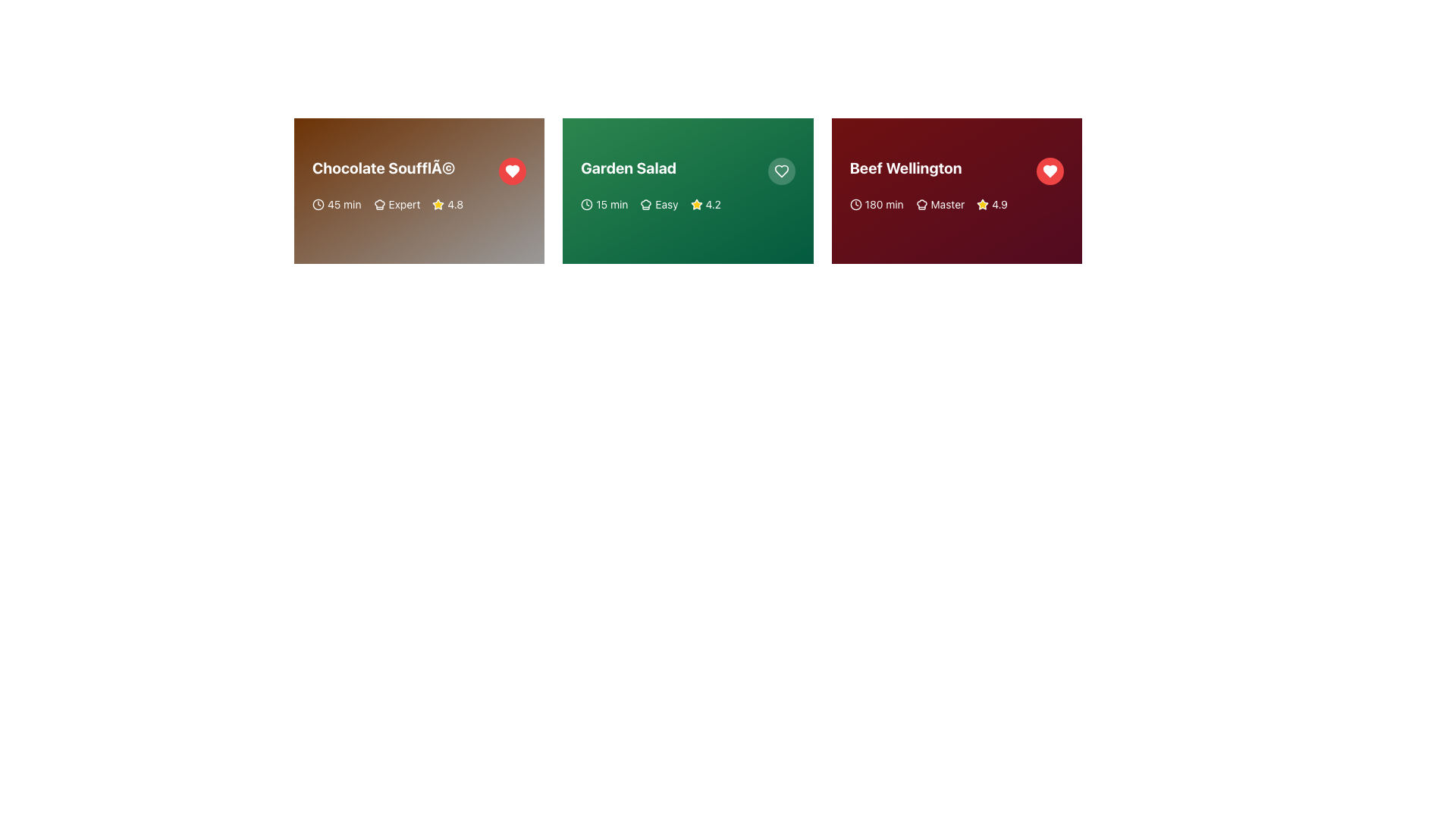  I want to click on the 'Garden Salad' header text element, which is styled in bold and large font and located at the top-left corner of the green card, so click(687, 171).